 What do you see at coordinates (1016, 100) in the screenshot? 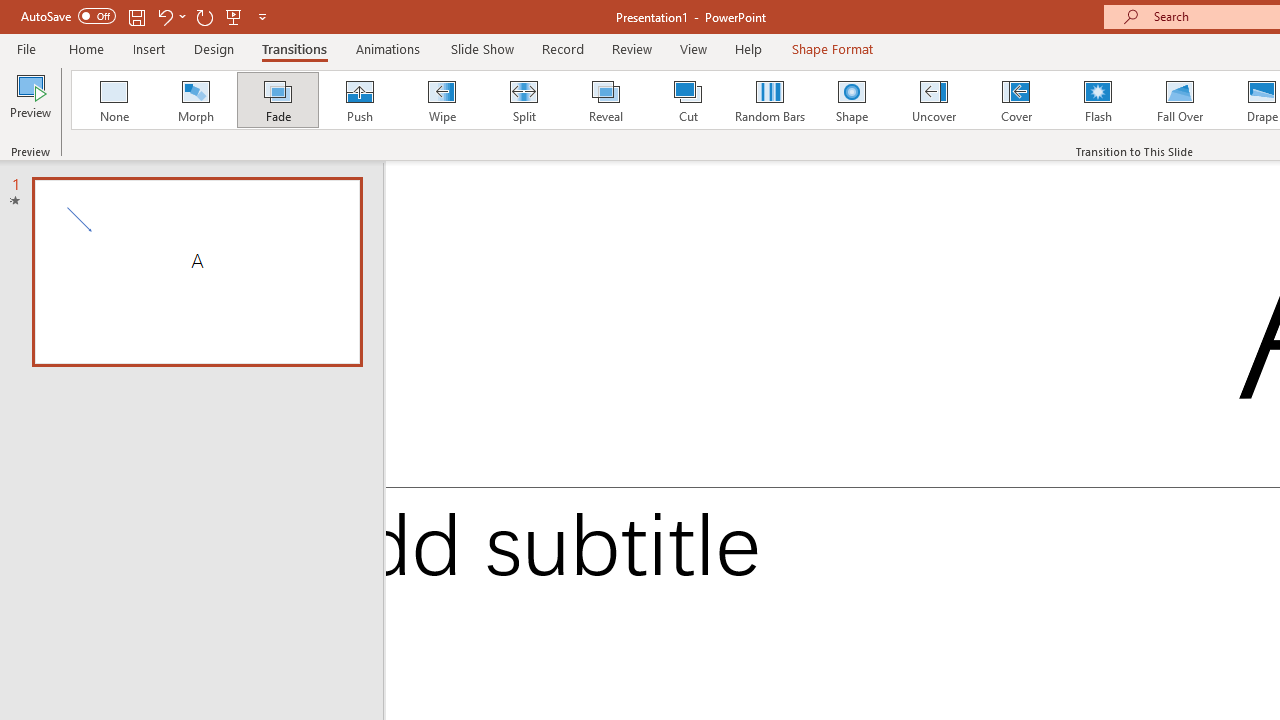
I see `'Cover'` at bounding box center [1016, 100].